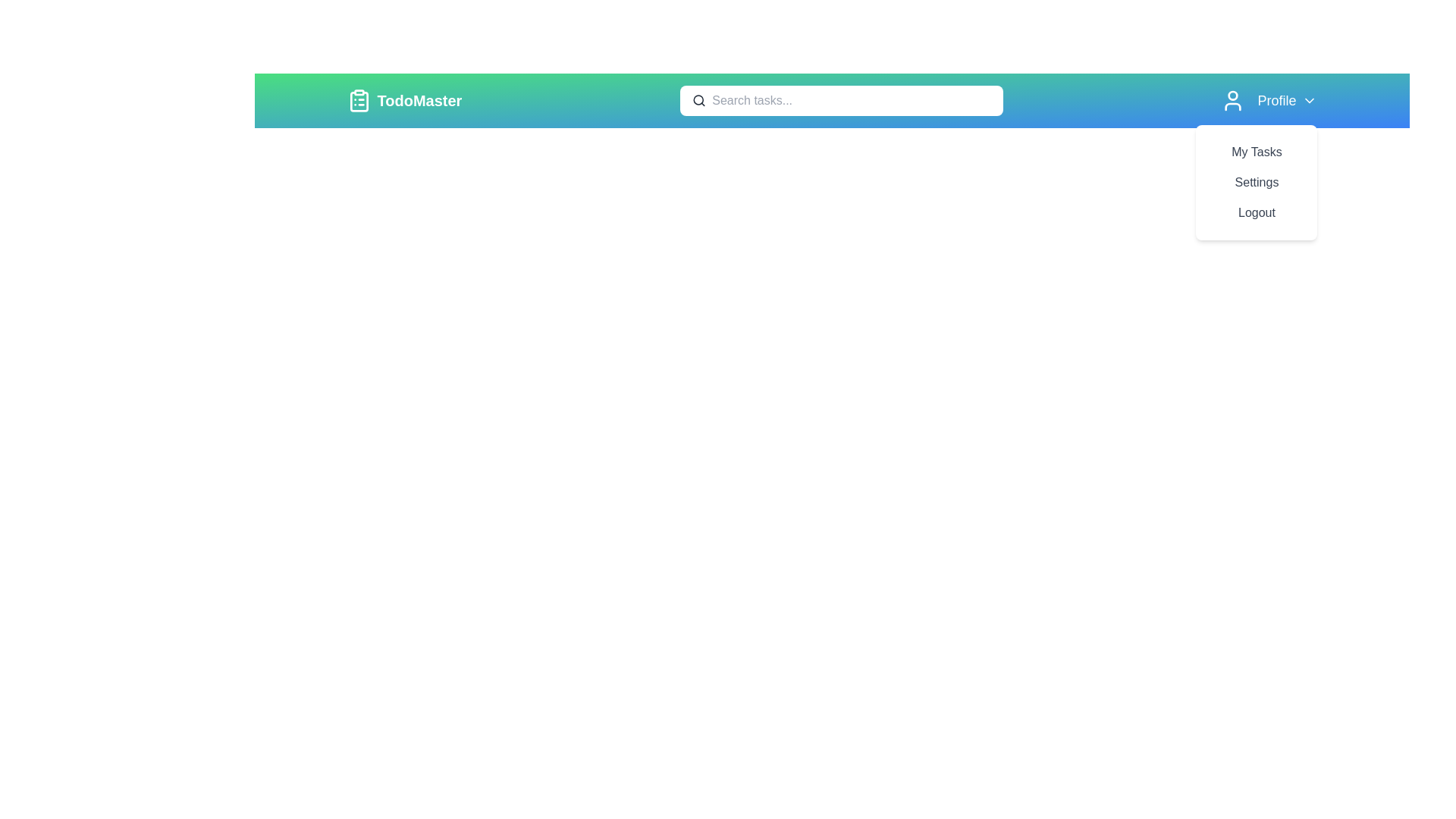  What do you see at coordinates (1233, 100) in the screenshot?
I see `the user icon, which is a minimalist outline of a person located to the left of the 'Profile' label in the top navigation bar` at bounding box center [1233, 100].